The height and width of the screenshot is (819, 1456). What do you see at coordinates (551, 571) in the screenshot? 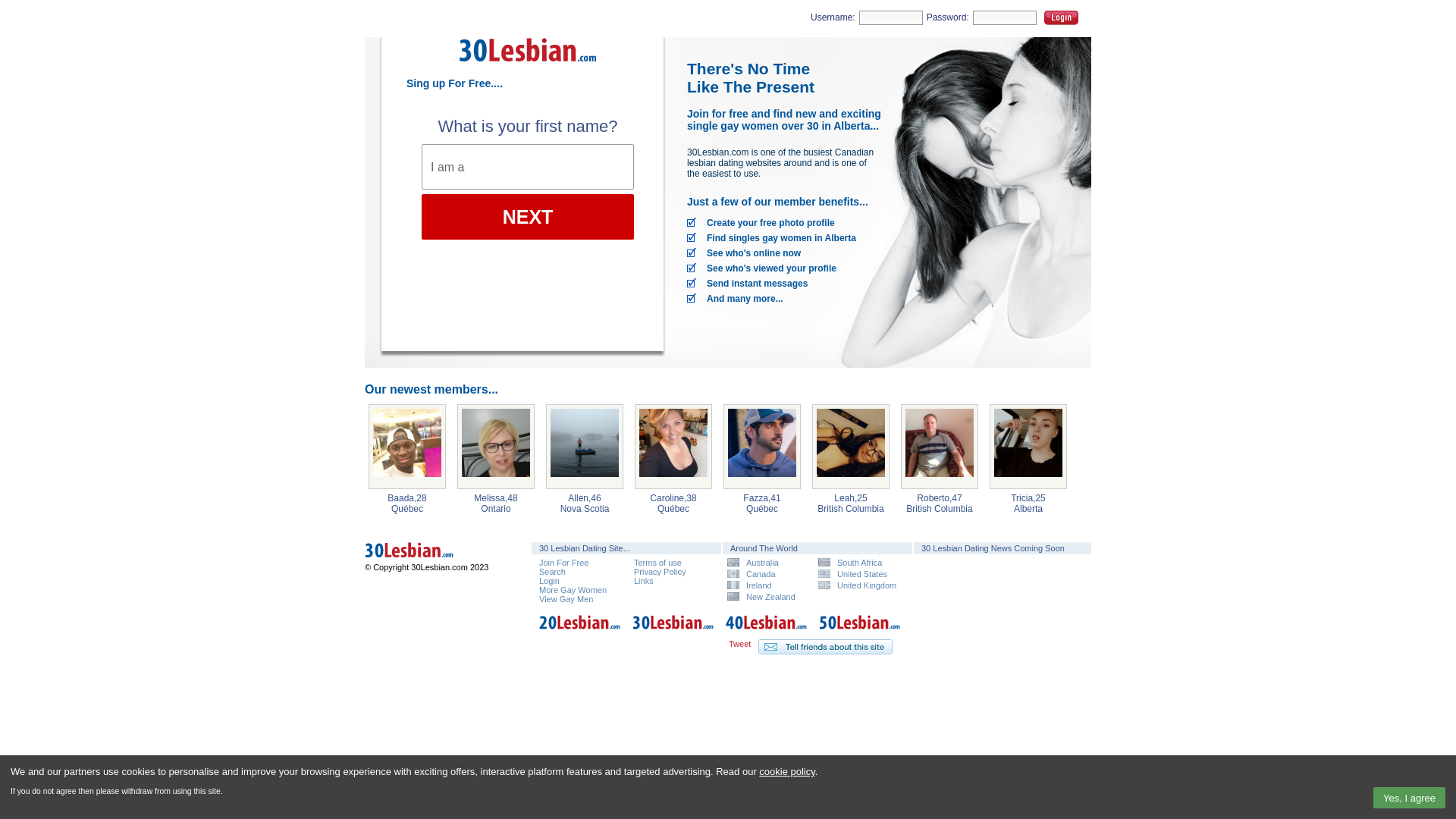
I see `'Search'` at bounding box center [551, 571].